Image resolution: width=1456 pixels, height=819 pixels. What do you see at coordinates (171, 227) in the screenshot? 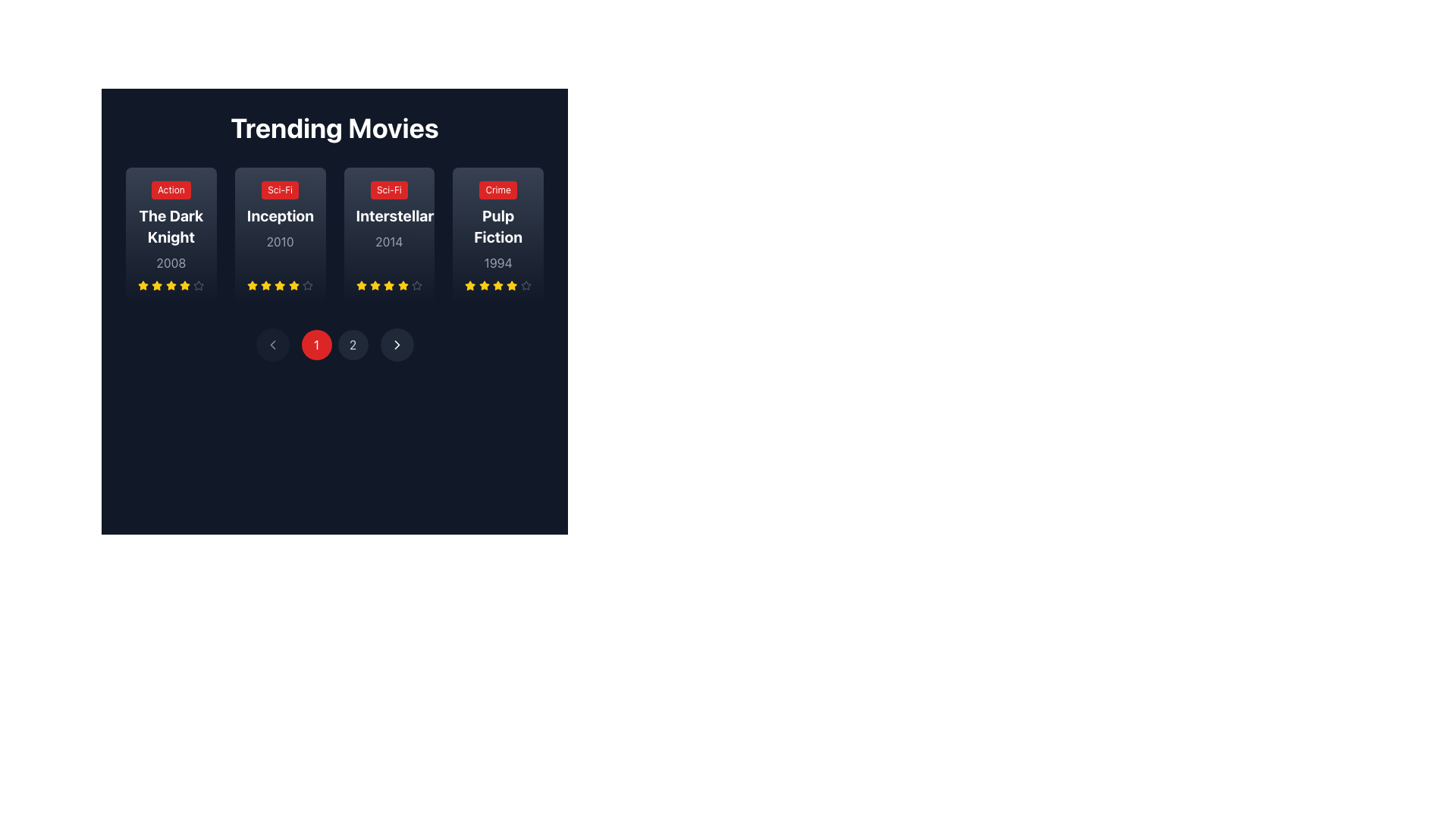
I see `the text heading representing the title of a movie` at bounding box center [171, 227].